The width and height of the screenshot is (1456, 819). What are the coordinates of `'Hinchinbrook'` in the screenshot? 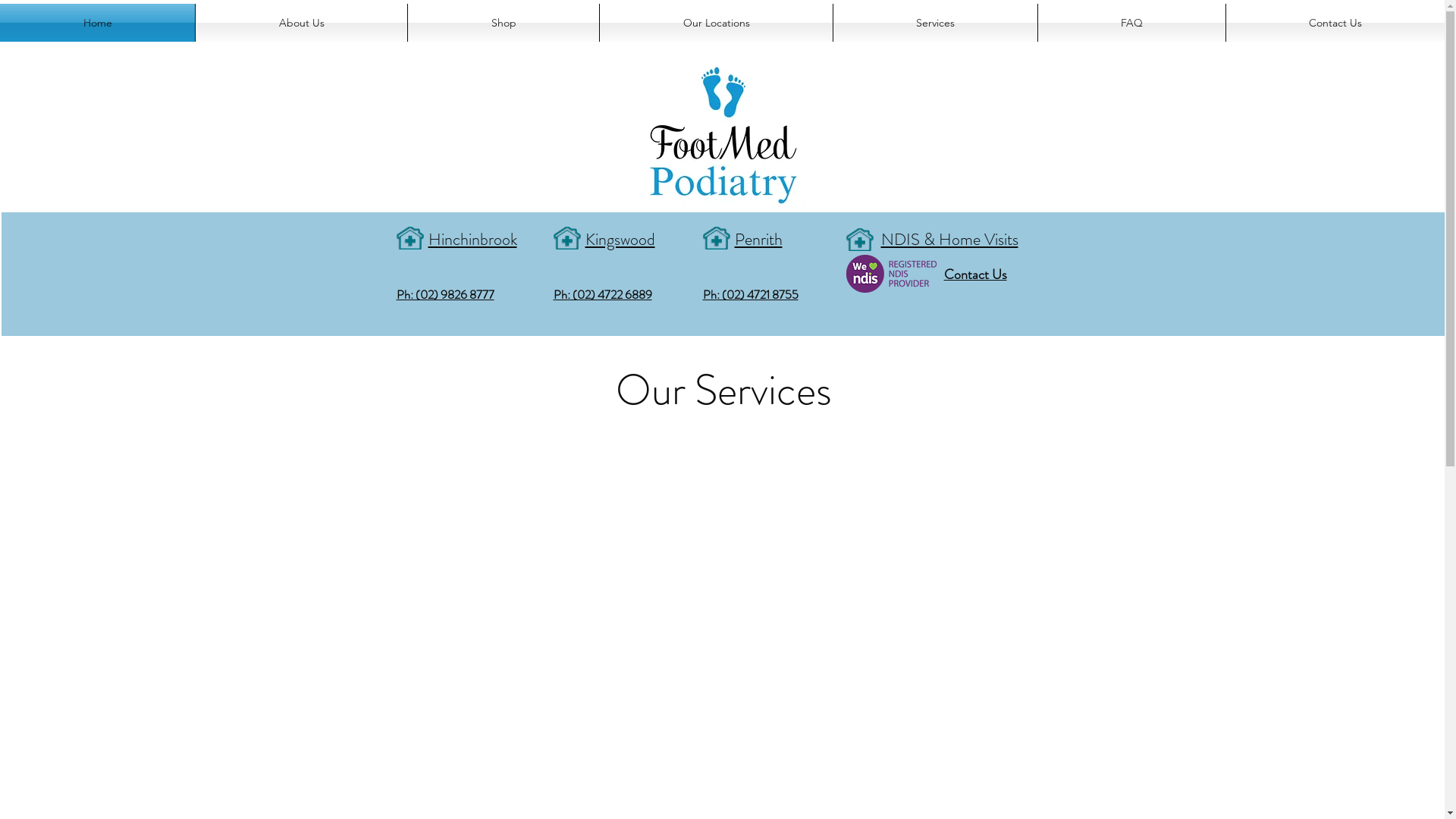 It's located at (427, 237).